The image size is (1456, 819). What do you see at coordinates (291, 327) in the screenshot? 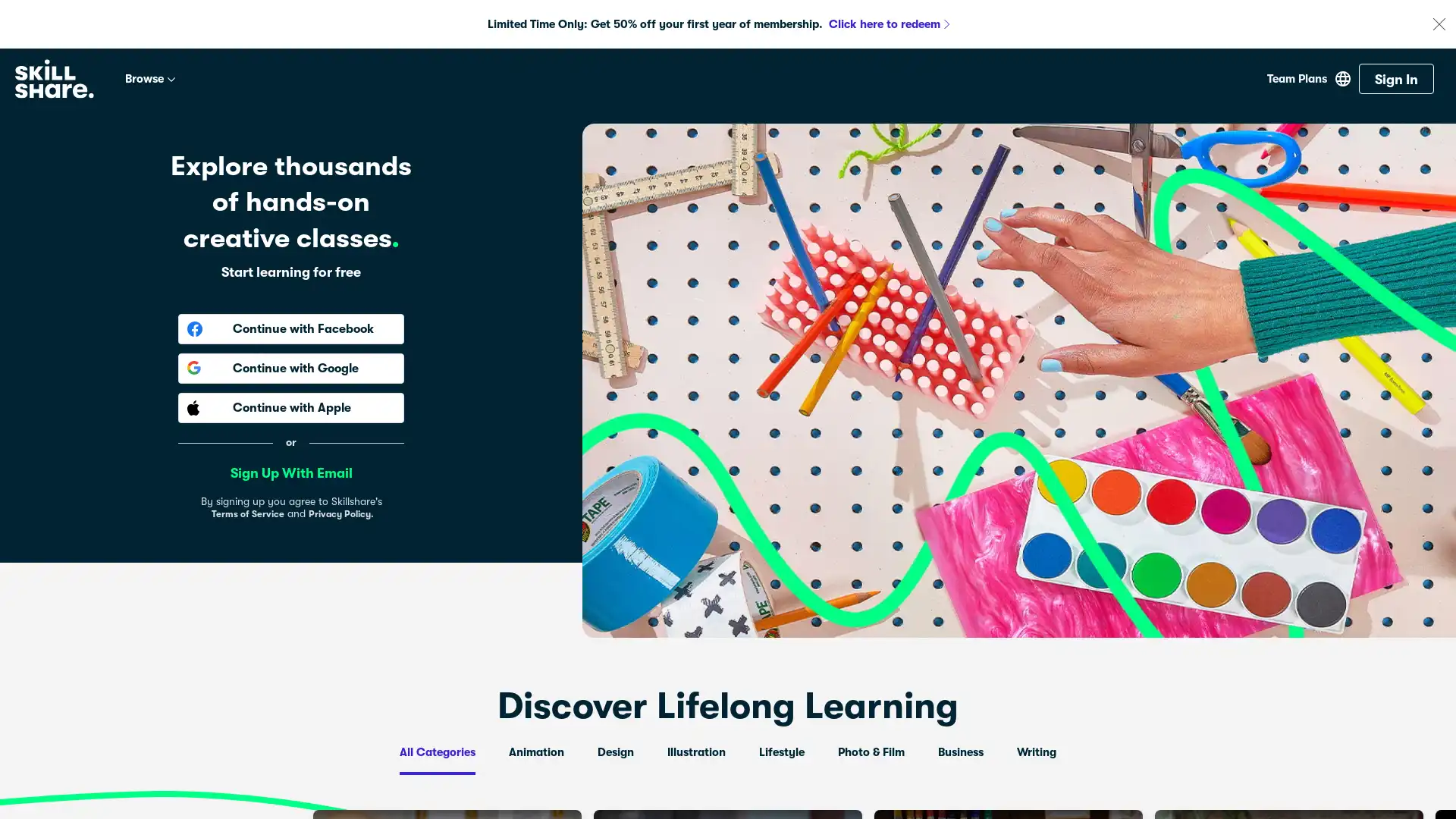
I see `Continue with Facebook` at bounding box center [291, 327].